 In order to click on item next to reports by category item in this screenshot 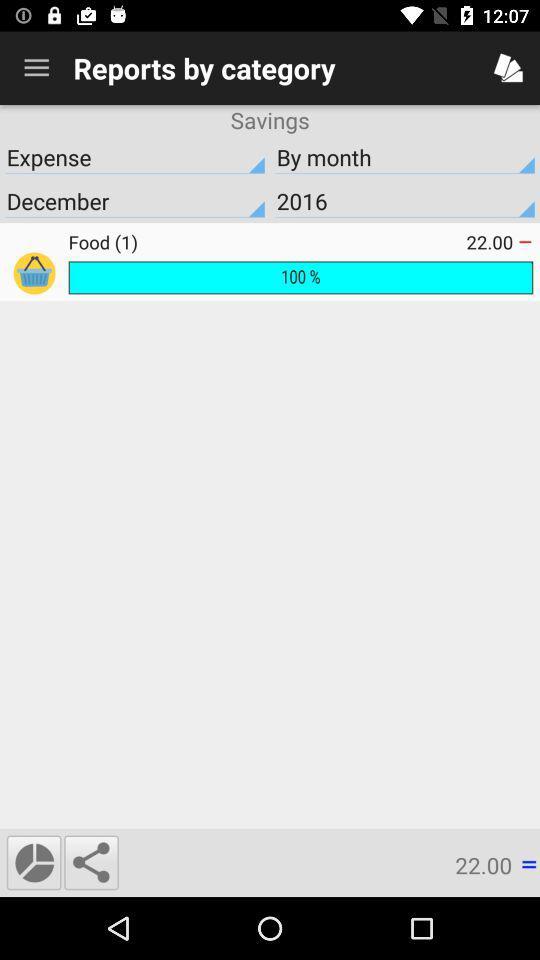, I will do `click(36, 68)`.